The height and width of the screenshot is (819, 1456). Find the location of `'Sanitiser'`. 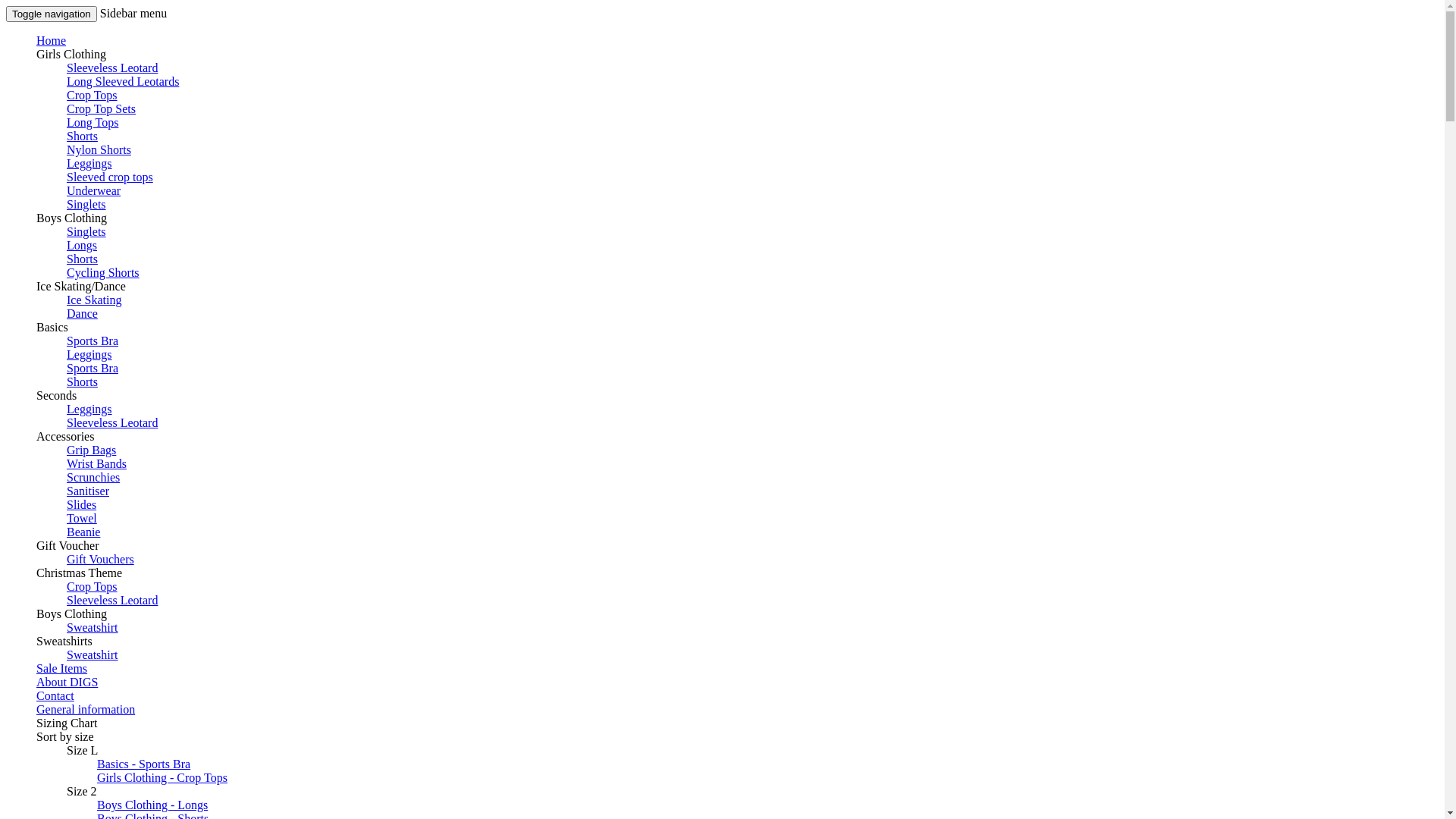

'Sanitiser' is located at coordinates (86, 491).